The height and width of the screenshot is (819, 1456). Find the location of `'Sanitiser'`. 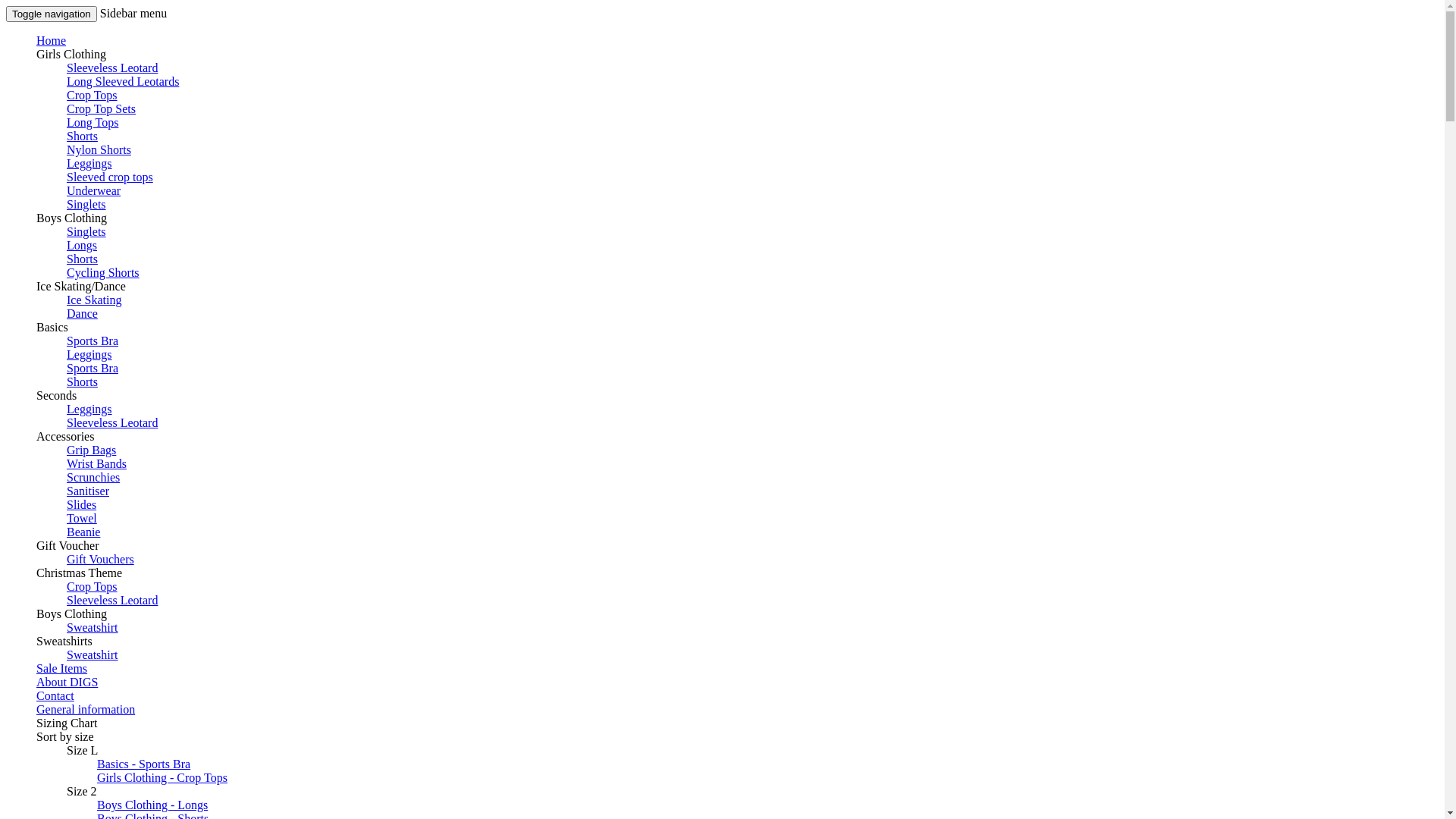

'Sanitiser' is located at coordinates (86, 491).